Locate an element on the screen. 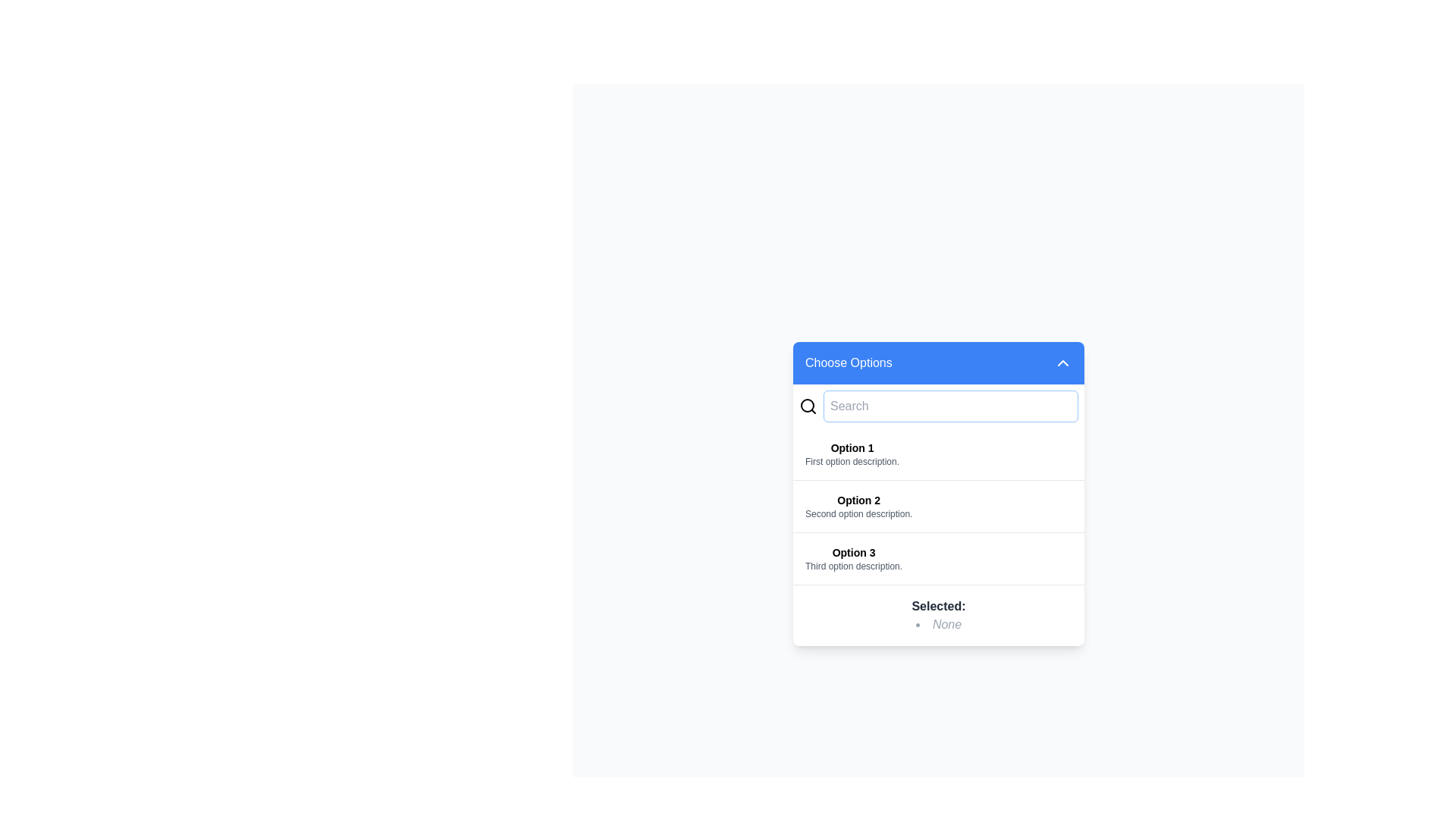  the first entry in the dropdown menu located below the search bar is located at coordinates (852, 453).